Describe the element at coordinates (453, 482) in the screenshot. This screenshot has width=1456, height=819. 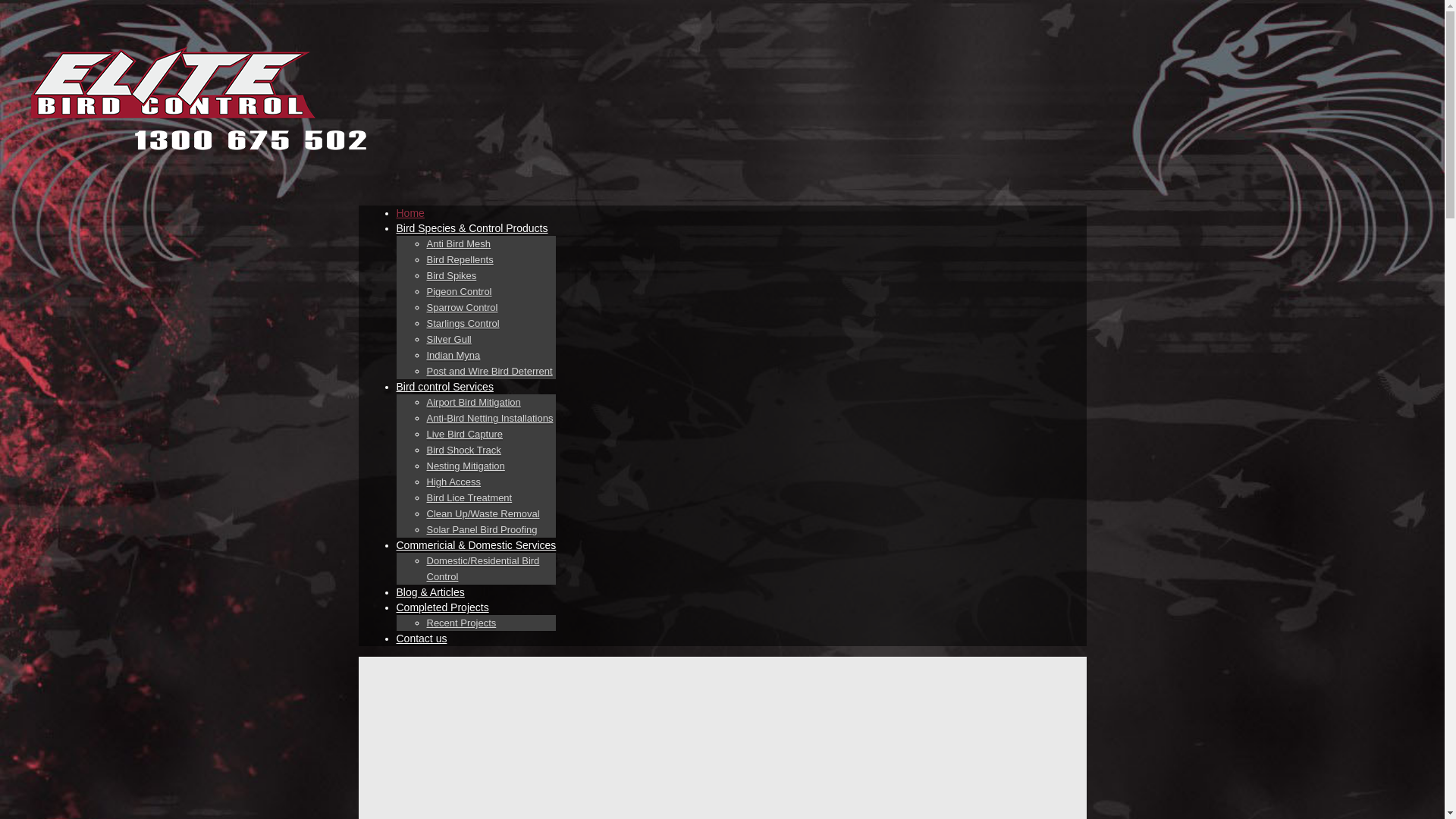
I see `'High Access'` at that location.